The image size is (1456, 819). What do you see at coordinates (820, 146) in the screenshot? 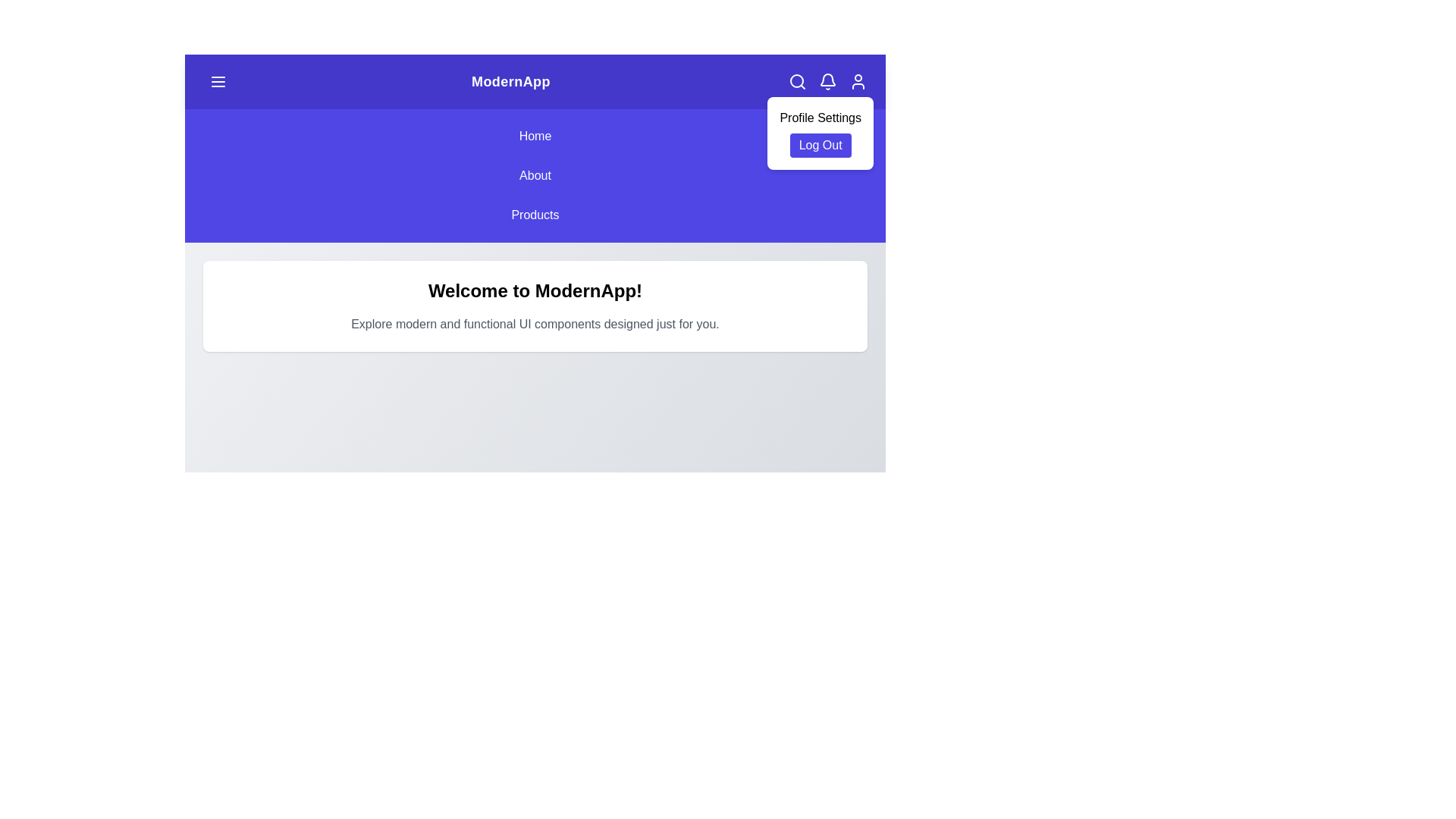
I see `the 'Log Out' button to log out of the application` at bounding box center [820, 146].